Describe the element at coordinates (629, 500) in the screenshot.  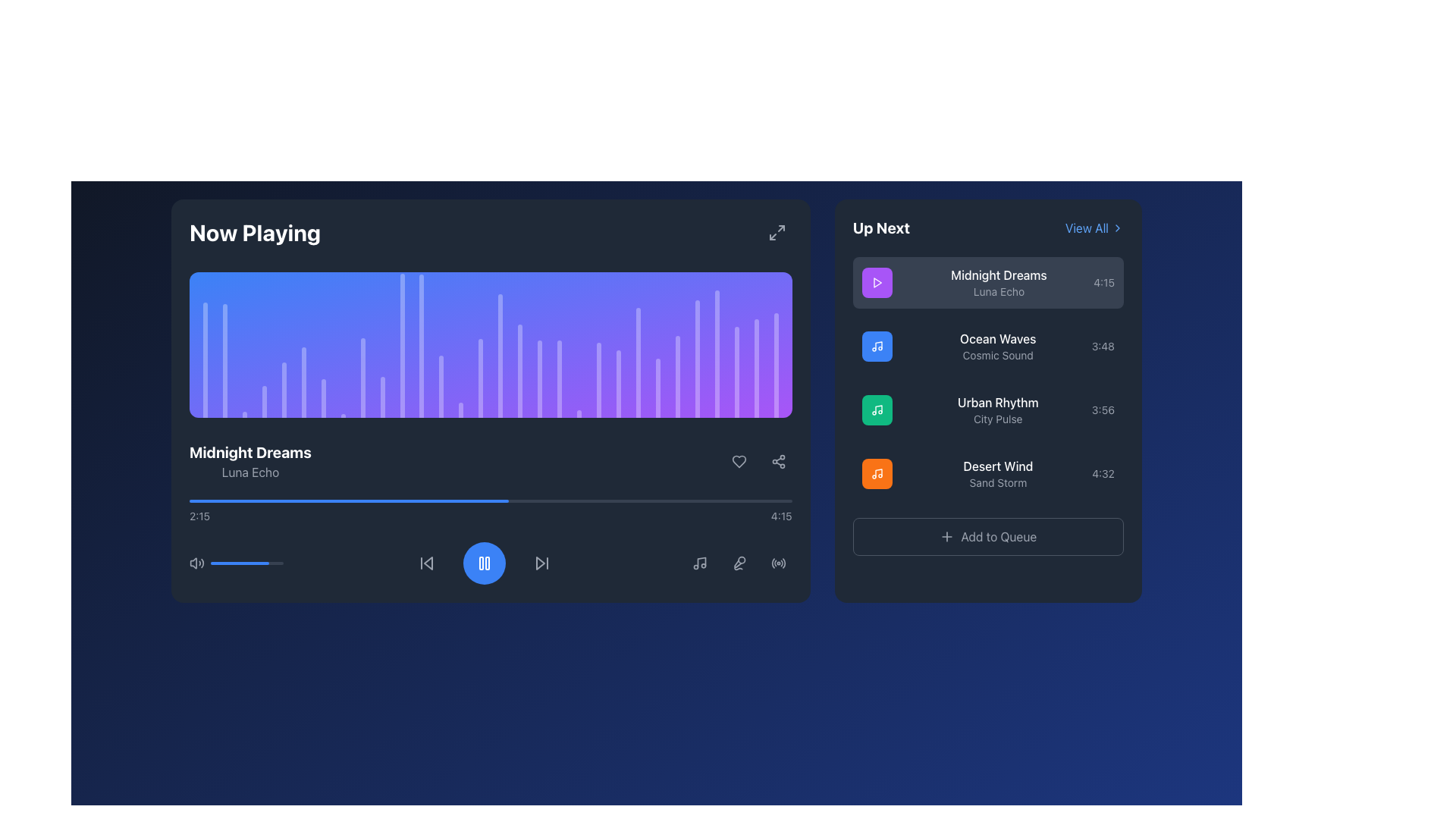
I see `the progress bar` at that location.